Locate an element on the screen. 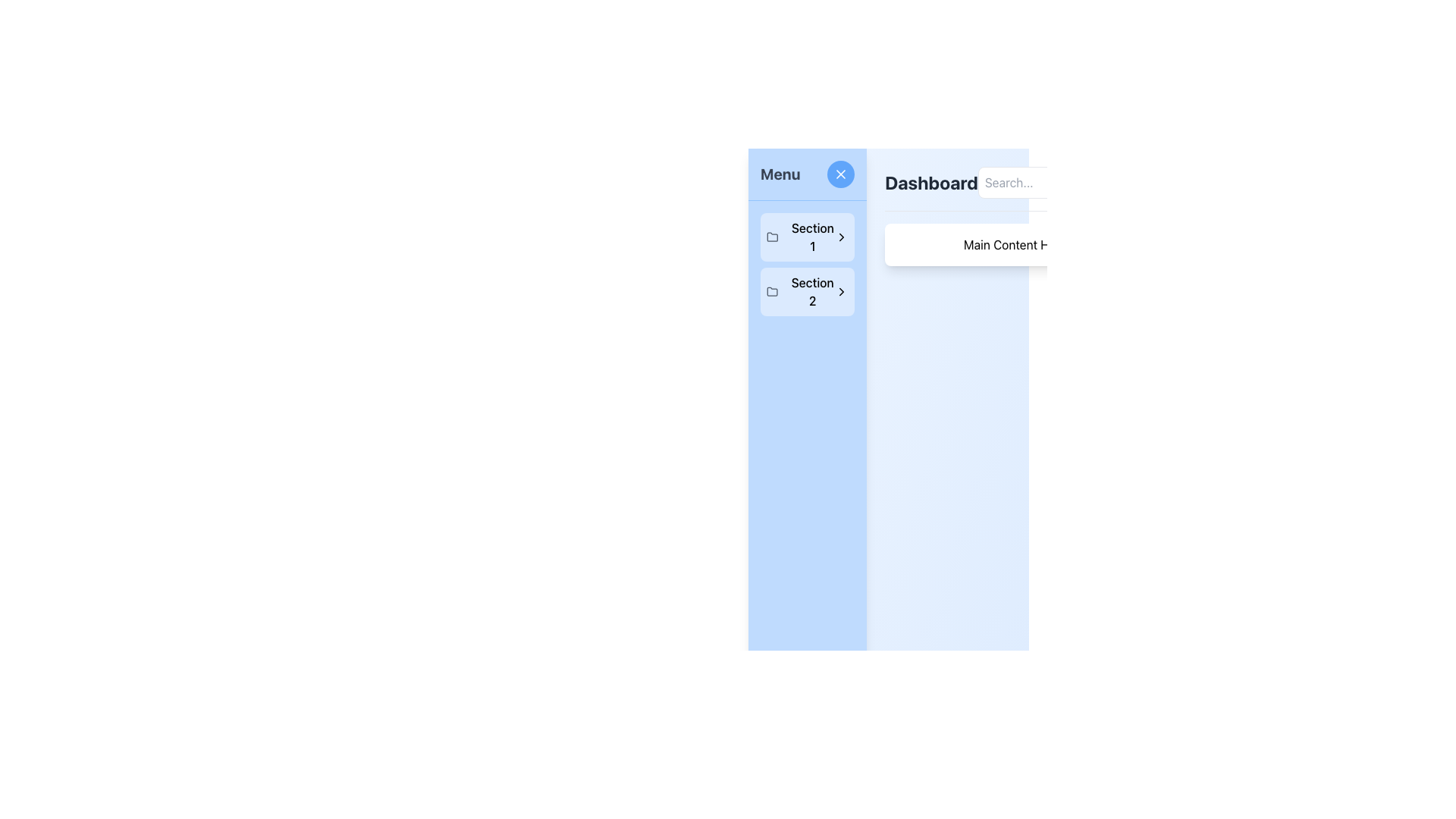 The image size is (1456, 819). the toggle icon next to the 'Section 1' label is located at coordinates (841, 237).